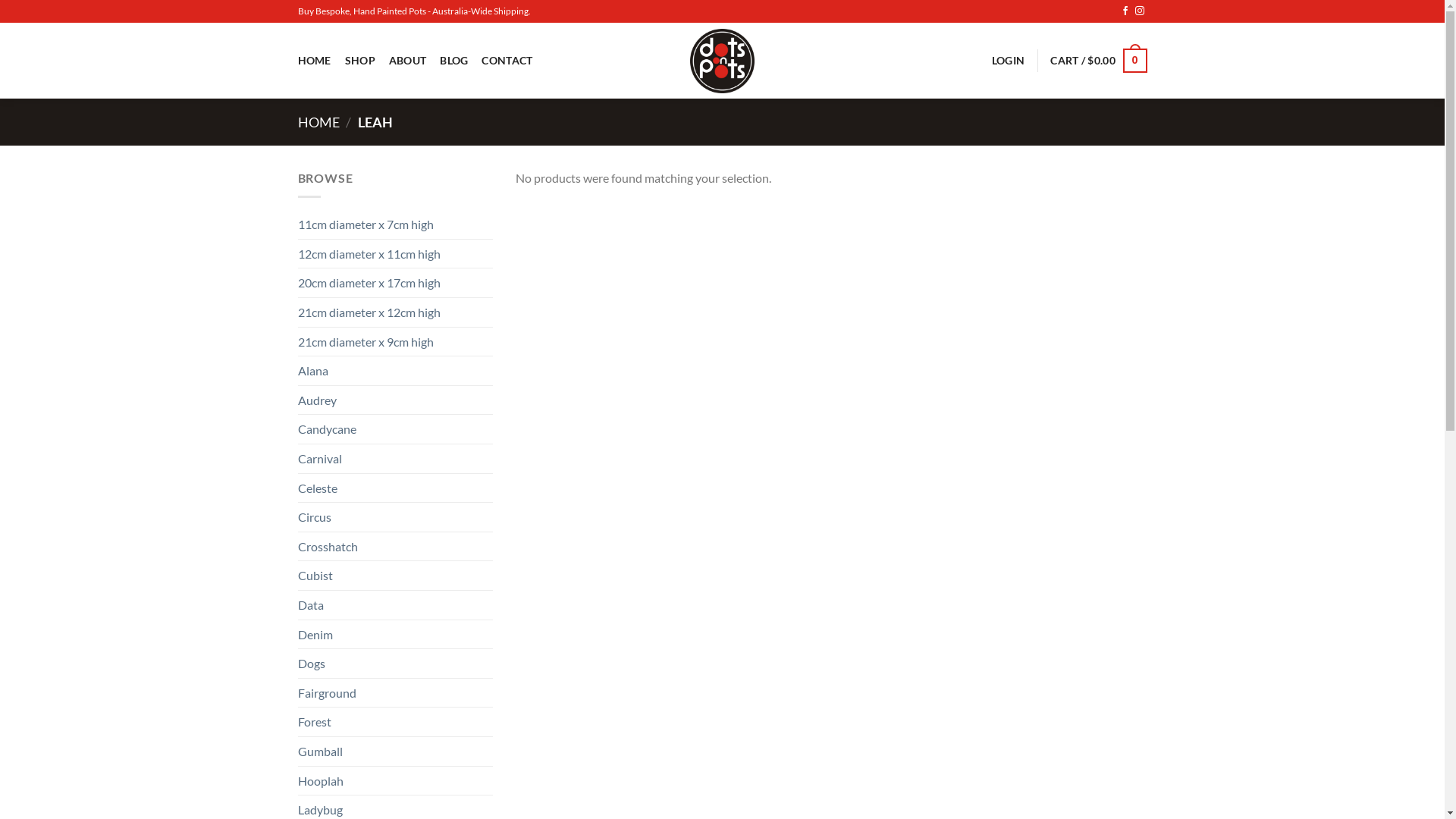 Image resolution: width=1456 pixels, height=819 pixels. Describe the element at coordinates (1125, 11) in the screenshot. I see `'Follow on Facebook'` at that location.